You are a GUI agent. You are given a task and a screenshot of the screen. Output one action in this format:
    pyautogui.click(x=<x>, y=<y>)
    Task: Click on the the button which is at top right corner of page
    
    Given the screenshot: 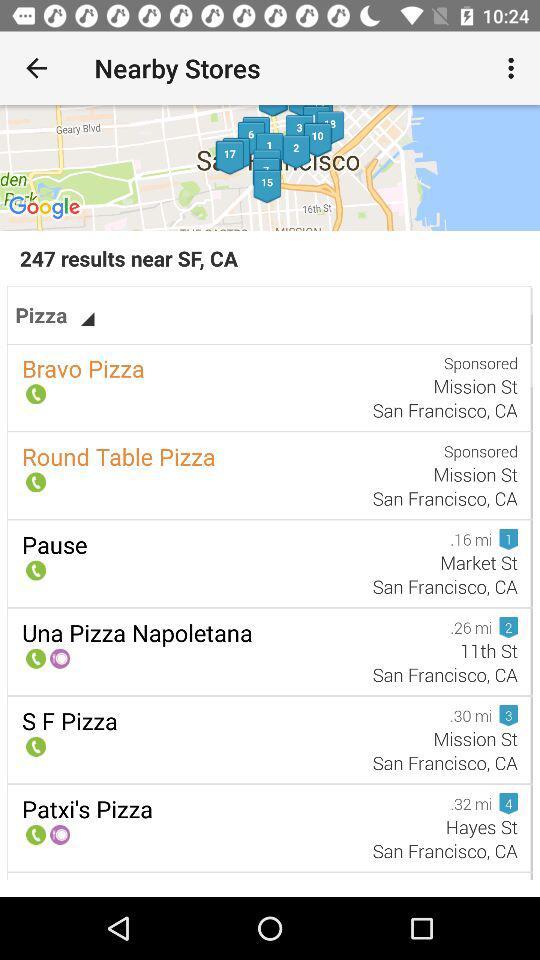 What is the action you would take?
    pyautogui.click(x=514, y=68)
    